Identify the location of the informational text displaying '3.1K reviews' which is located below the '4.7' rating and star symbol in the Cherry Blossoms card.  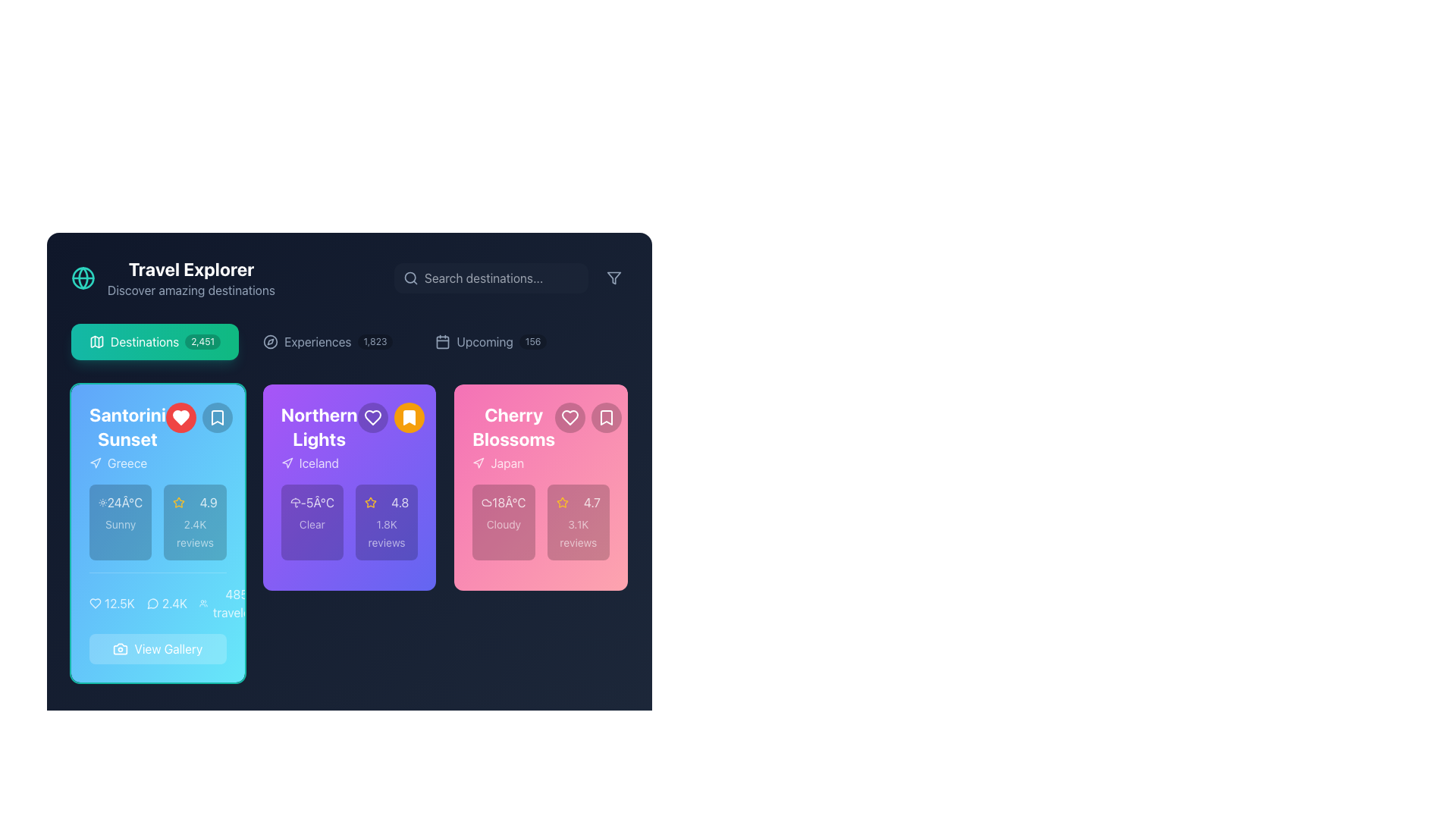
(577, 532).